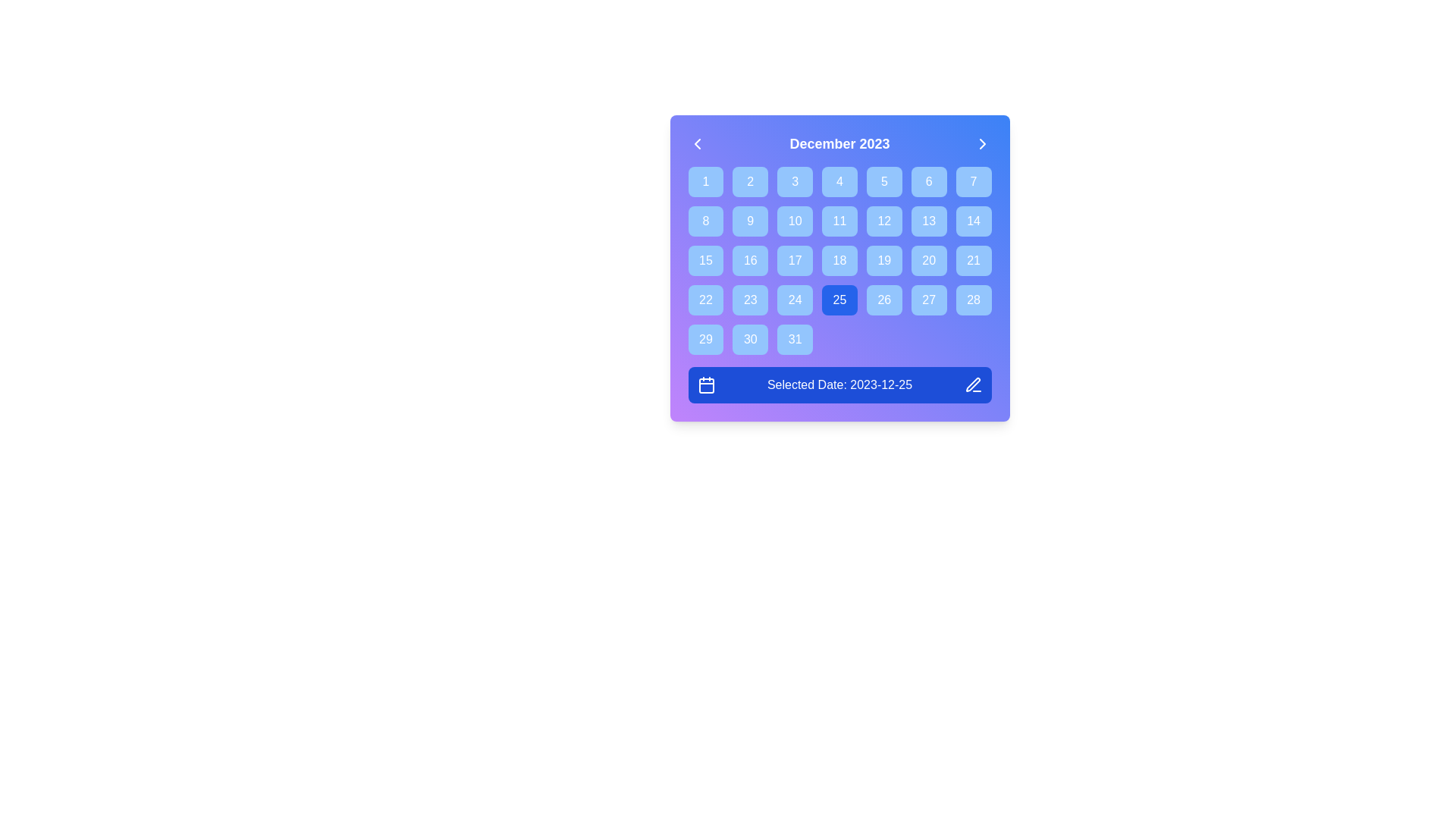 This screenshot has height=819, width=1456. What do you see at coordinates (705, 300) in the screenshot?
I see `the Day cell in the calendar grid, which is a rounded rectangle with a light blue background containing the number '22'` at bounding box center [705, 300].